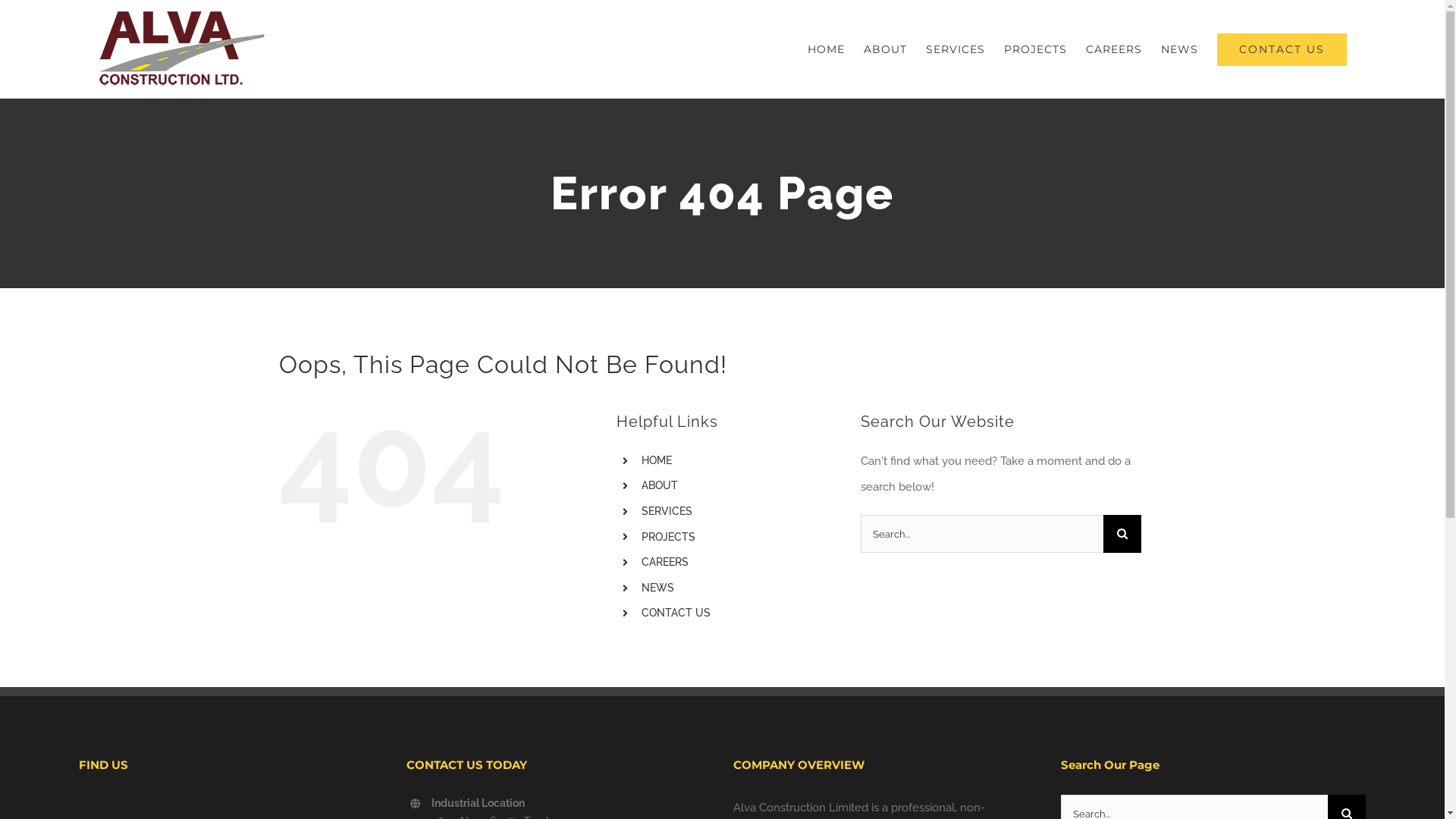 The image size is (1456, 819). I want to click on 'NEWS', so click(657, 587).